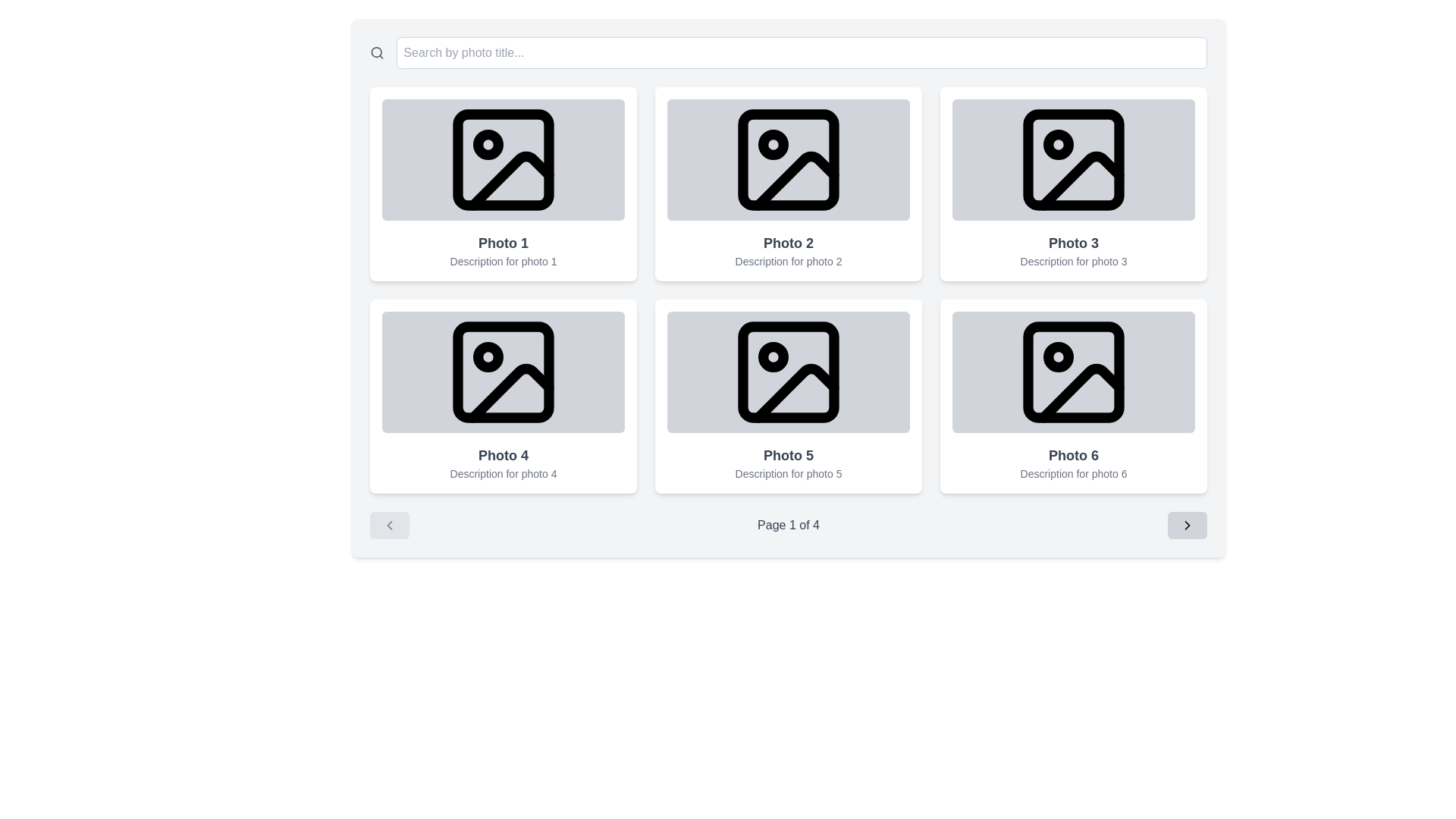 The width and height of the screenshot is (1456, 819). What do you see at coordinates (1073, 184) in the screenshot?
I see `the Content card located in the top-right quadrant of the grid layout, specifically in the third column of the first row, for accessibility purposes` at bounding box center [1073, 184].